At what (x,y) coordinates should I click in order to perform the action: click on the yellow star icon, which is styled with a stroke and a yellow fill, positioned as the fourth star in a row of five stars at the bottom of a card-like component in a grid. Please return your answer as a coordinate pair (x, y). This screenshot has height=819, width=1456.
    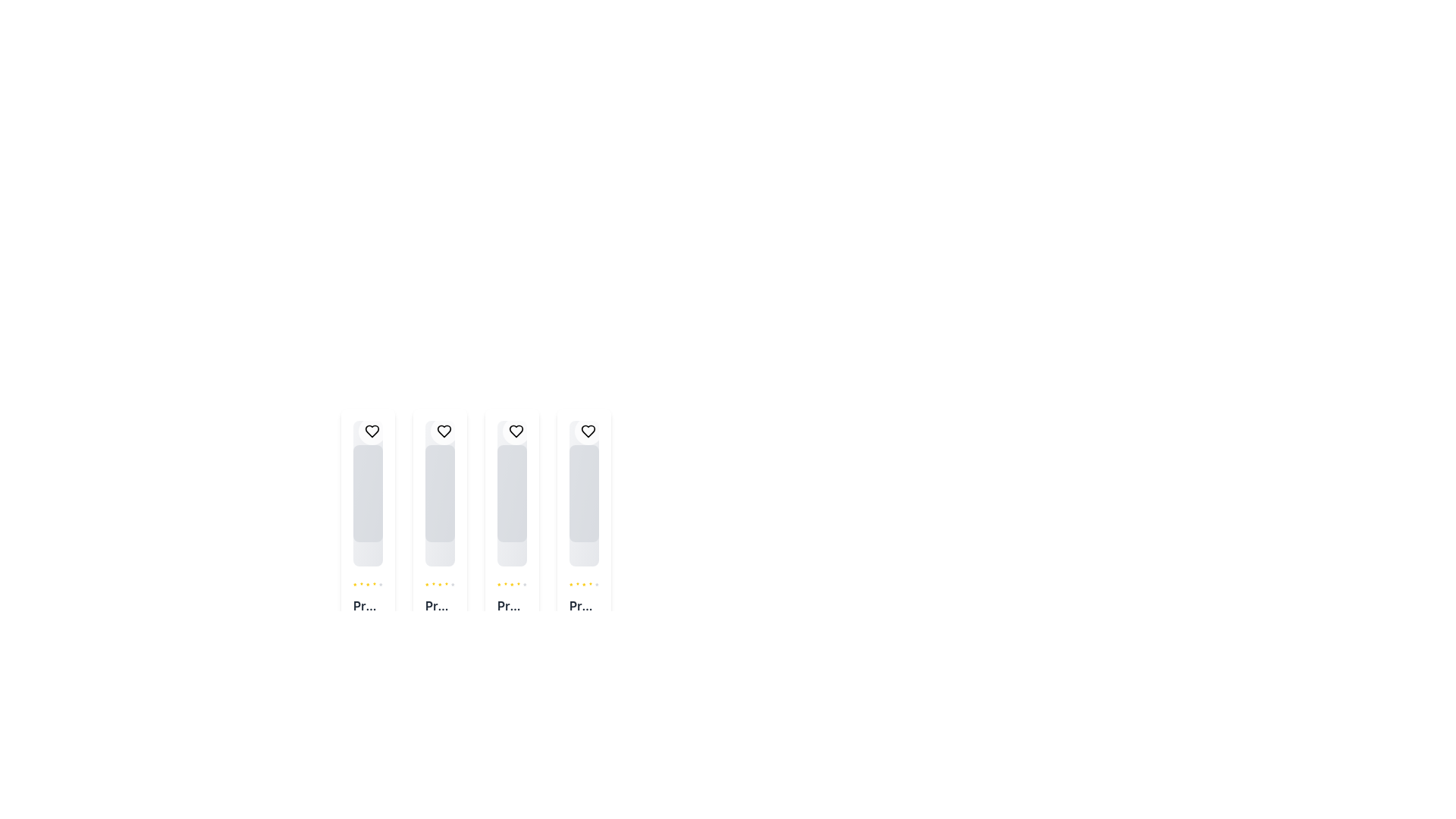
    Looking at the image, I should click on (368, 584).